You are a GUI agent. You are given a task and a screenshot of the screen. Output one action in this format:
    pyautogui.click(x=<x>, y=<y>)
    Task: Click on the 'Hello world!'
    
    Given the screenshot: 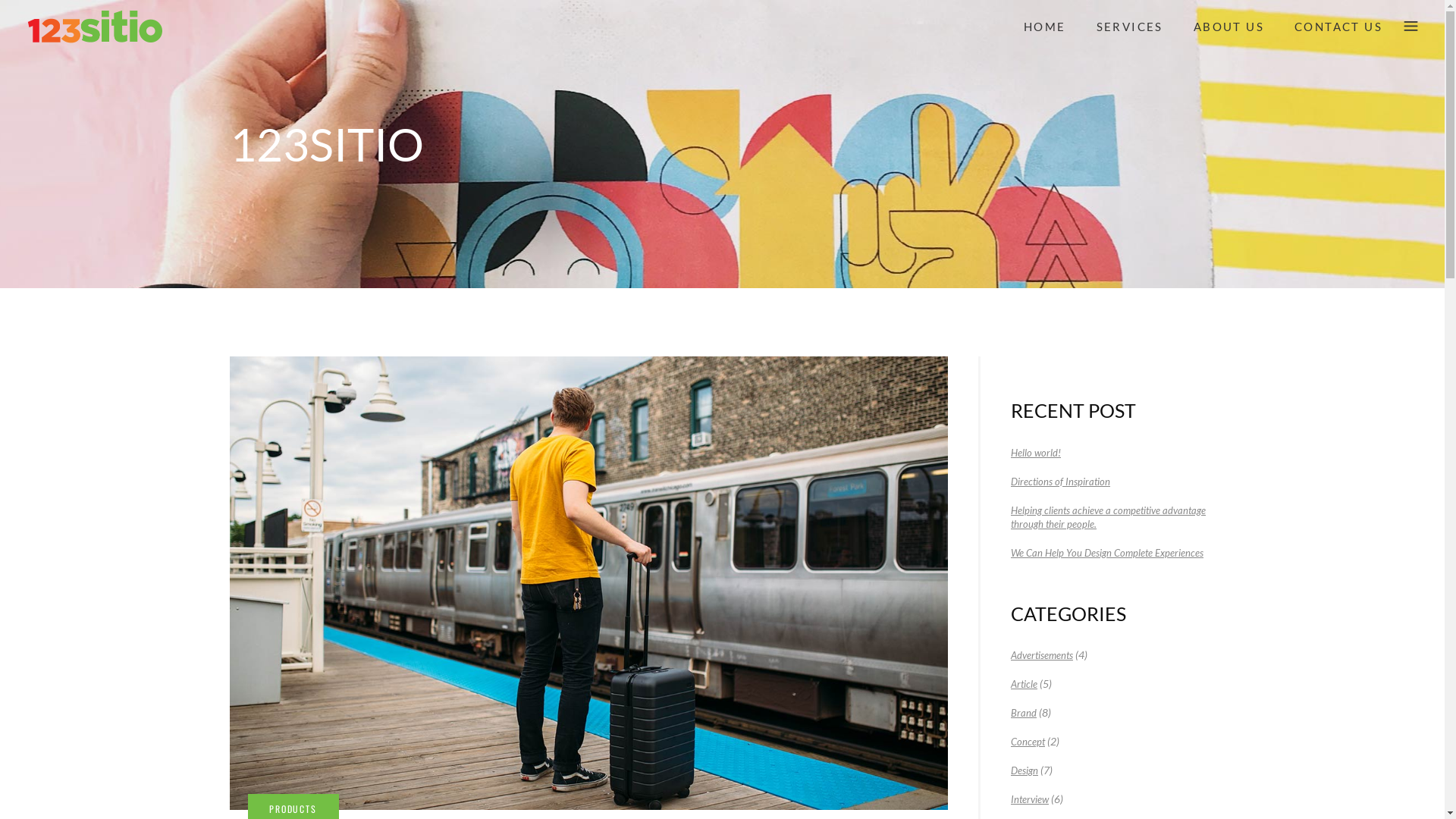 What is the action you would take?
    pyautogui.click(x=1035, y=451)
    